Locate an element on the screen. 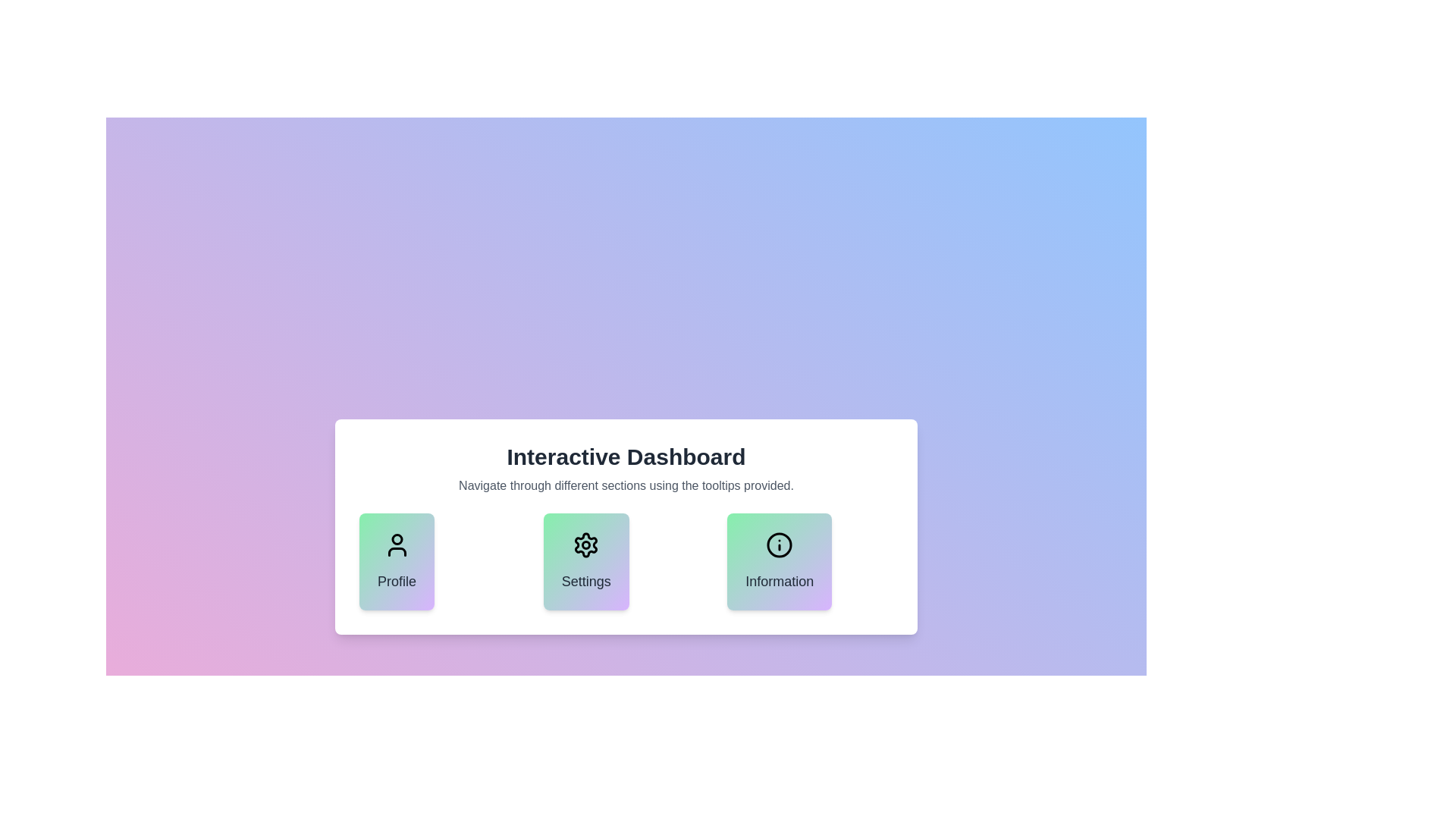 The width and height of the screenshot is (1456, 819). the gradient-filled button labeled 'Information' with a circular outline and 'i' icon is located at coordinates (780, 561).